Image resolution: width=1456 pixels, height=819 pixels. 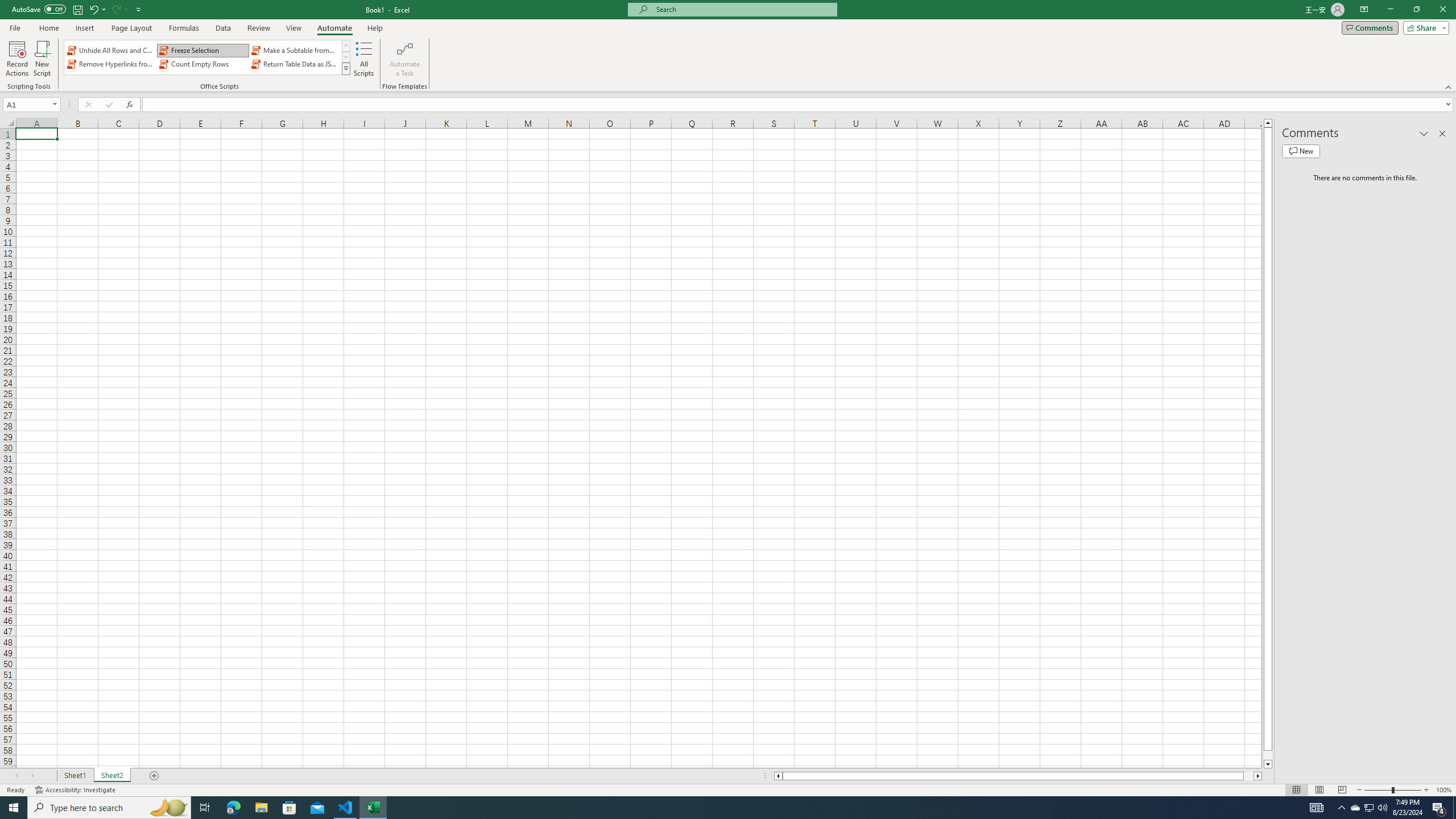 What do you see at coordinates (345, 68) in the screenshot?
I see `'Class: NetUIImage'` at bounding box center [345, 68].